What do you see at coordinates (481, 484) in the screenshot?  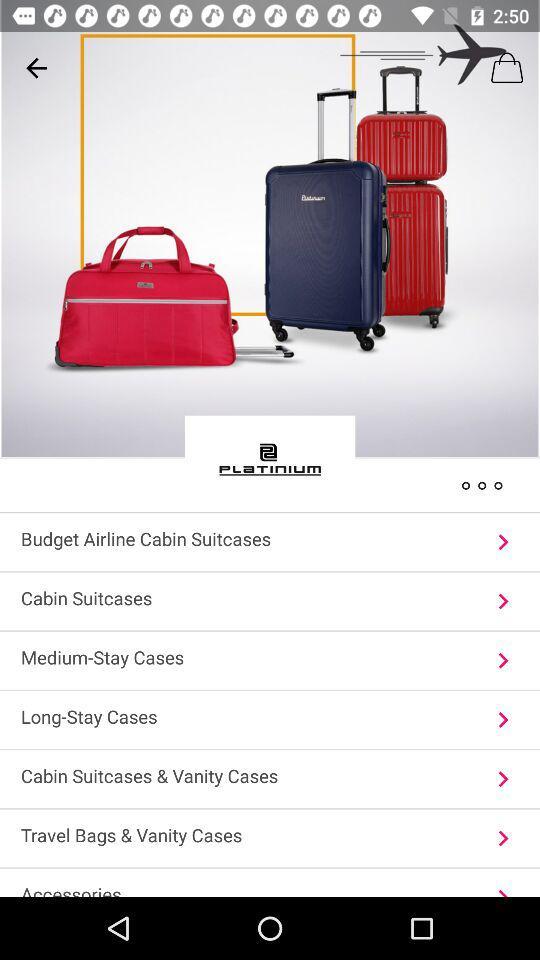 I see `3 horizontal dots` at bounding box center [481, 484].